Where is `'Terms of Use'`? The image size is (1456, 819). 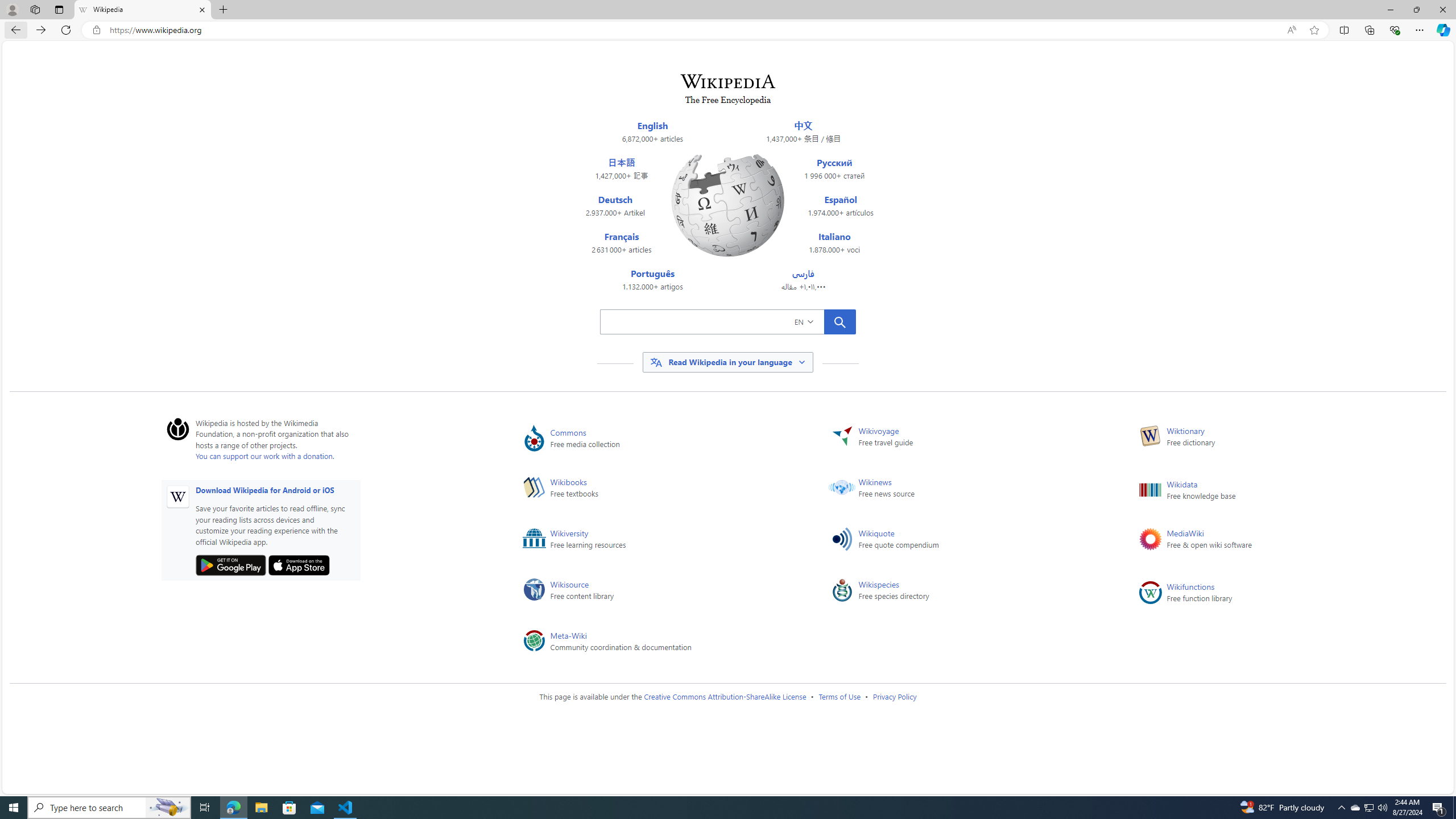
'Terms of Use' is located at coordinates (839, 696).